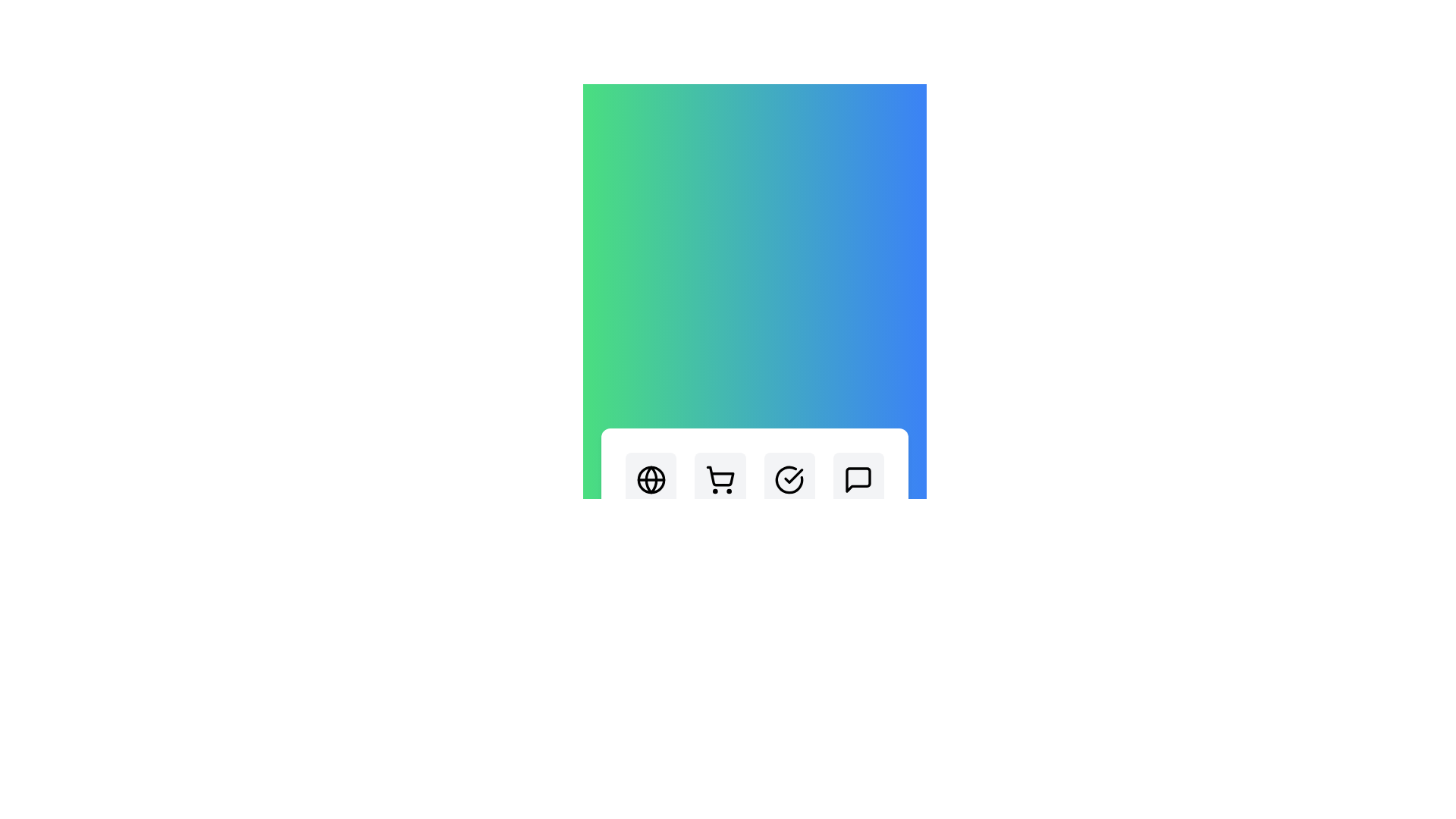 The width and height of the screenshot is (1456, 819). What do you see at coordinates (792, 475) in the screenshot?
I see `the checkmark styled SVG icon located in the third position of the bottom row of icons` at bounding box center [792, 475].